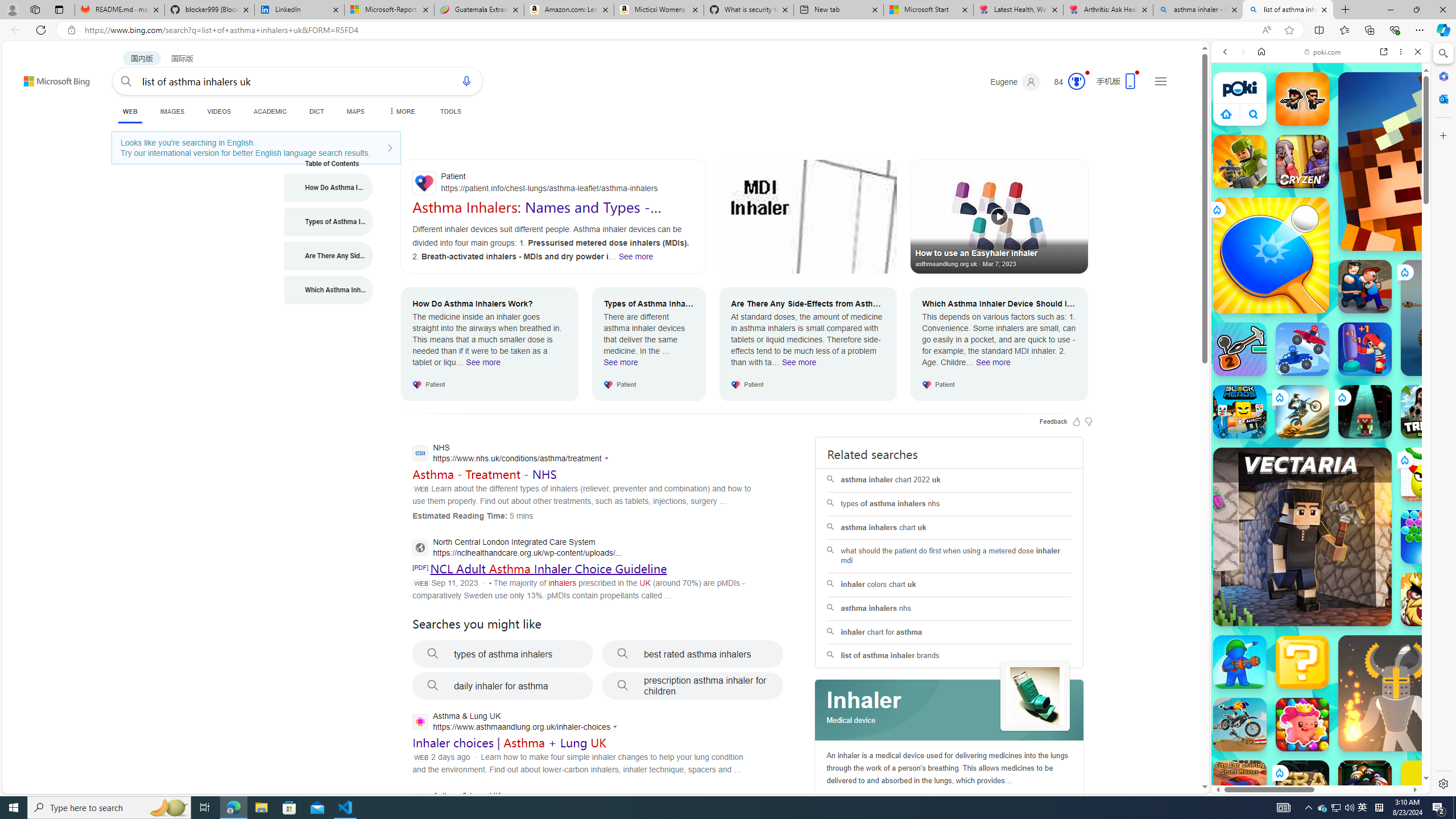 This screenshot has width=1456, height=819. Describe the element at coordinates (949, 479) in the screenshot. I see `'asthma inhaler chart 2022 uk'` at that location.